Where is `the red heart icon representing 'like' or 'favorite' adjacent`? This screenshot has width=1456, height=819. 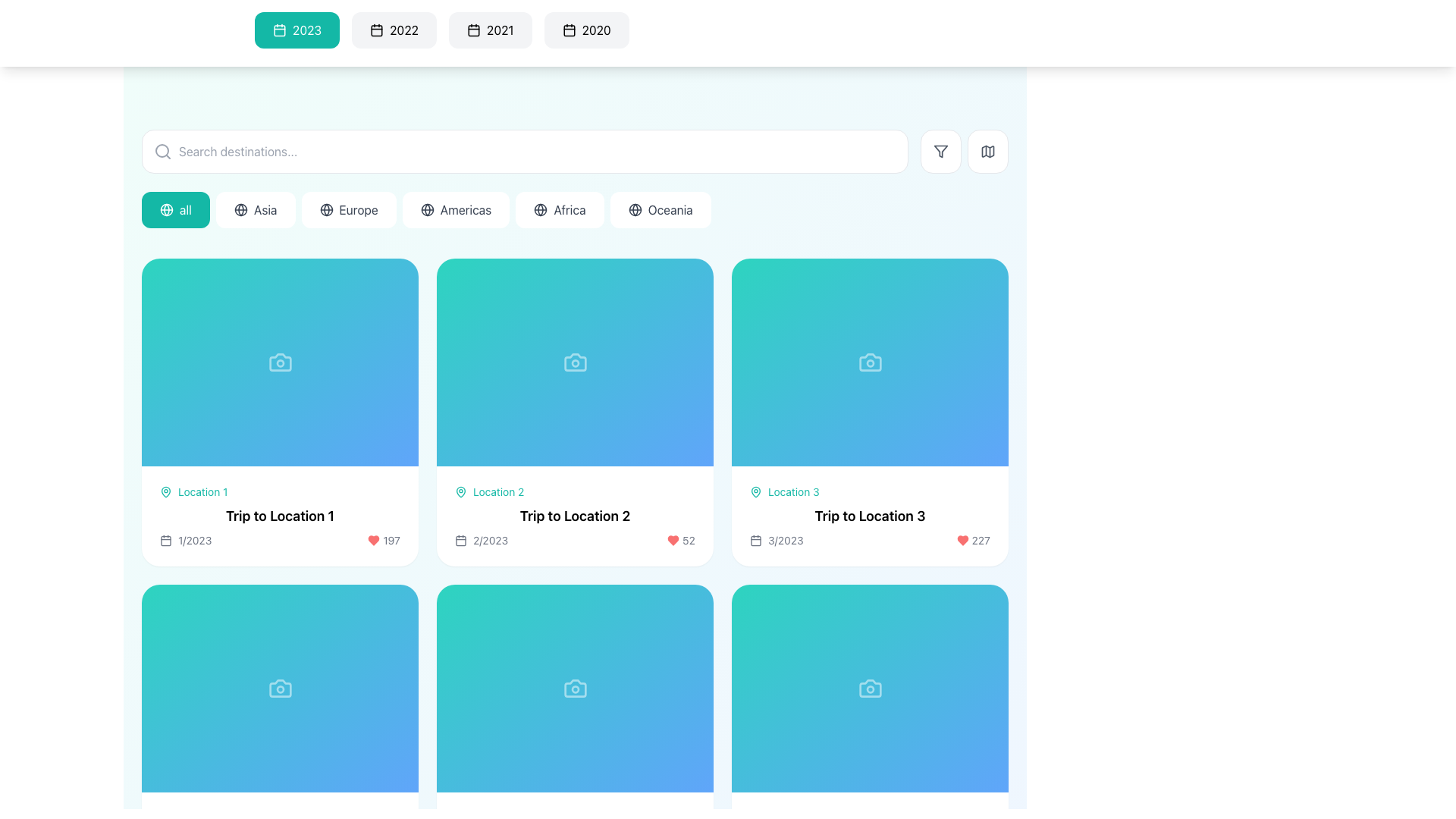 the red heart icon representing 'like' or 'favorite' adjacent is located at coordinates (962, 539).